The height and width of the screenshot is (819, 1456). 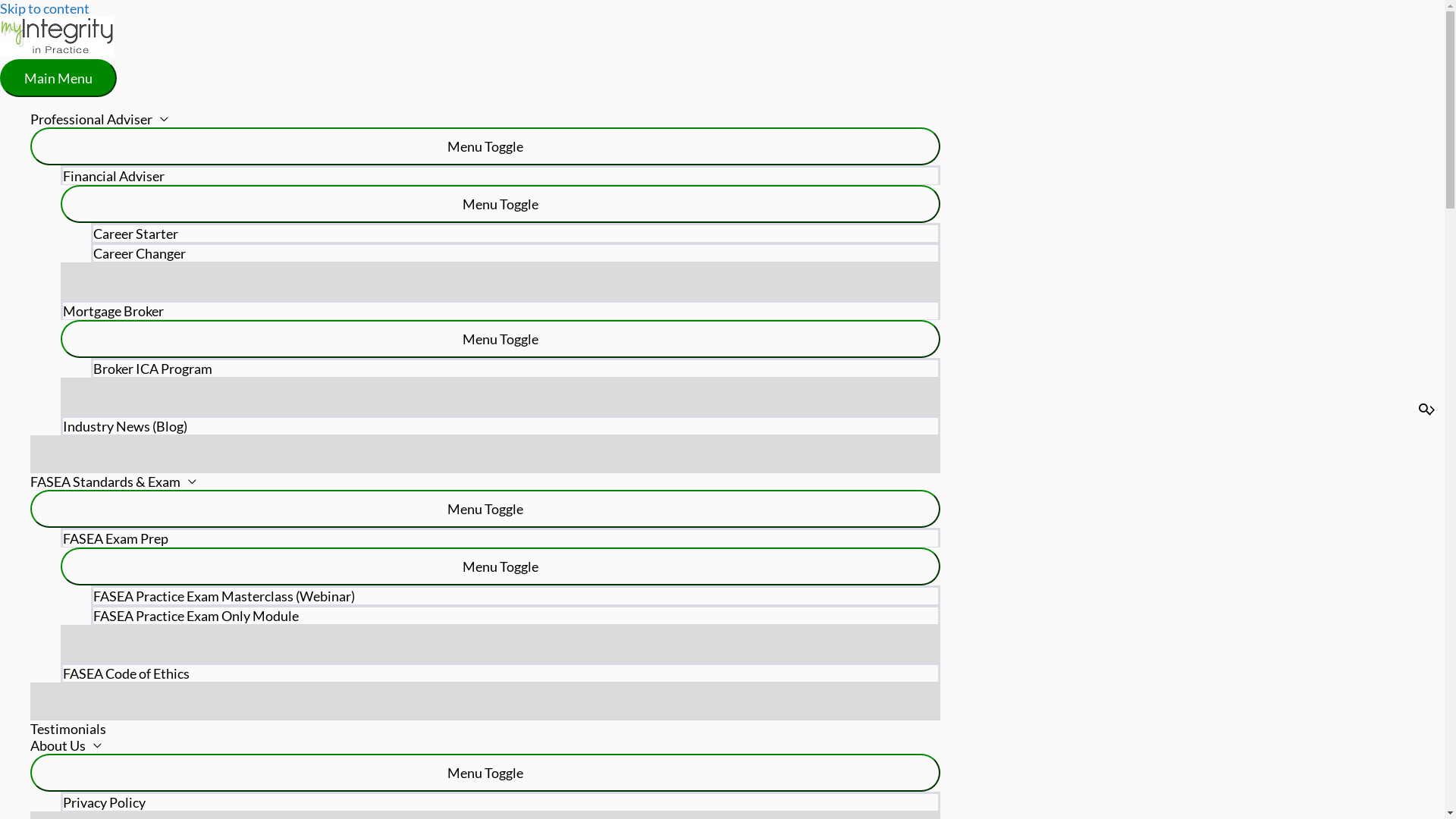 What do you see at coordinates (500, 425) in the screenshot?
I see `'Industry News (Blog)'` at bounding box center [500, 425].